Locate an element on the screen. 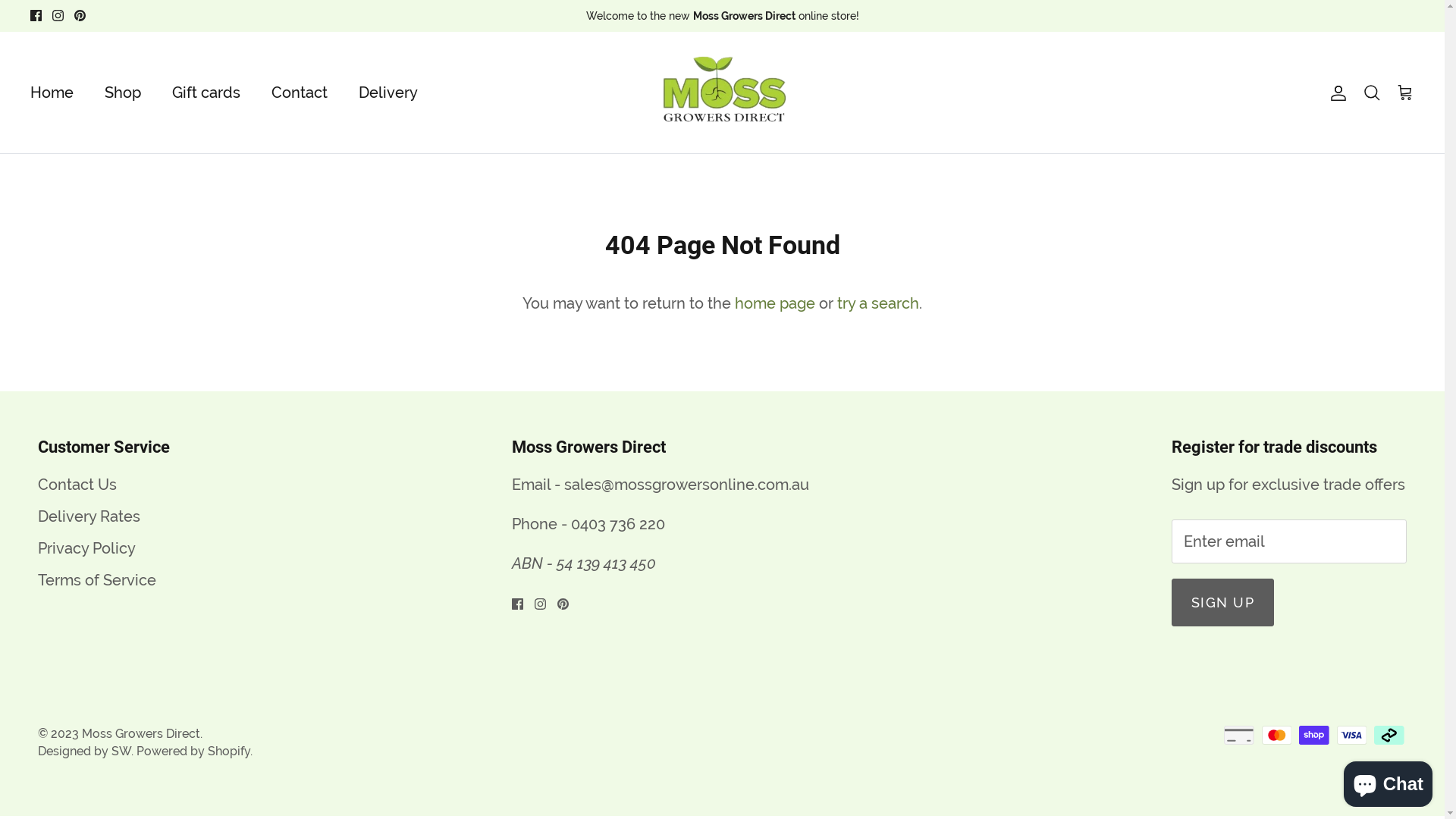 This screenshot has height=819, width=1456. 'Instagram' is located at coordinates (539, 603).